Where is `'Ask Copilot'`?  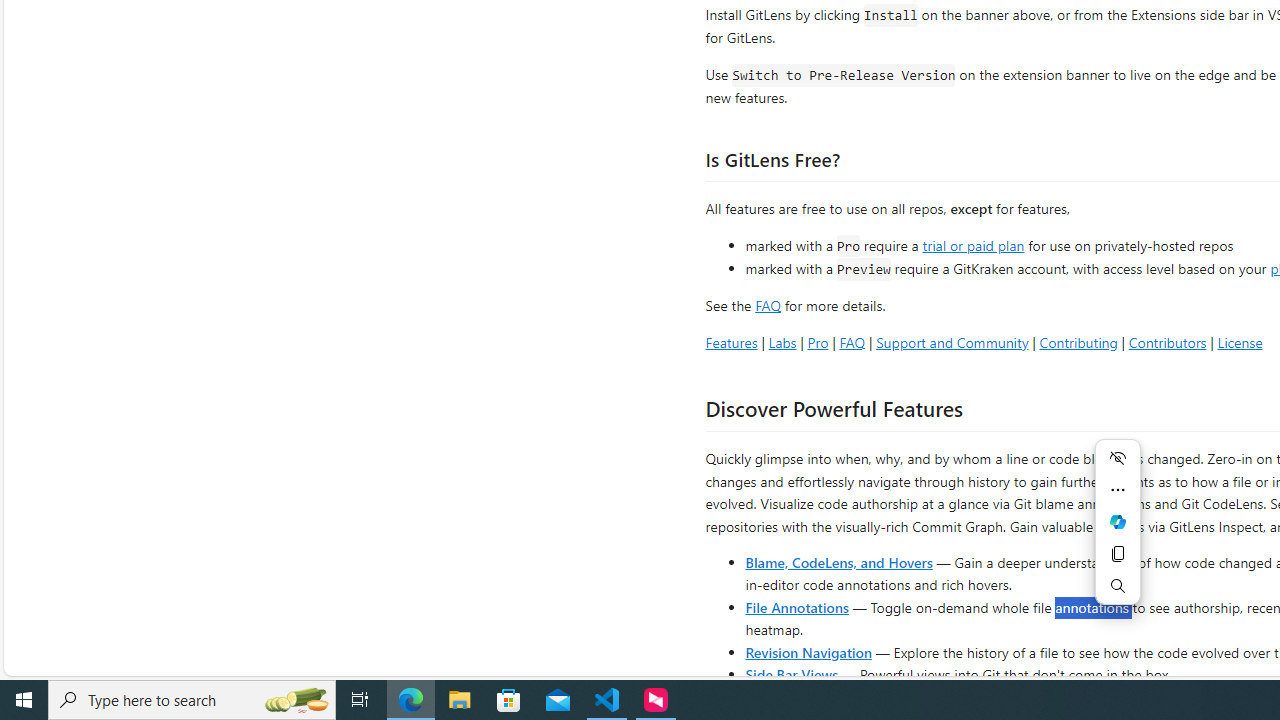 'Ask Copilot' is located at coordinates (1117, 521).